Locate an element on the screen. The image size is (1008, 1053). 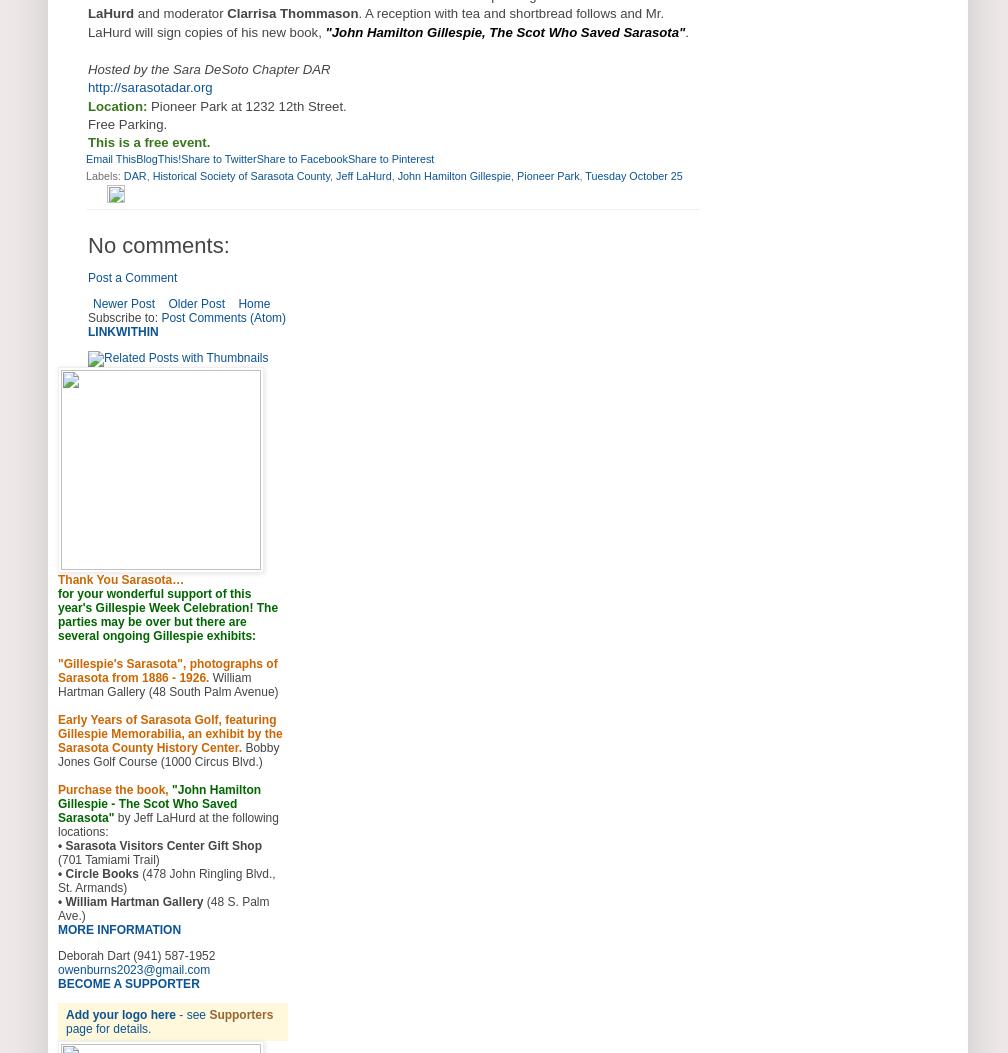
'John Hamilton Gillespie' is located at coordinates (454, 174).